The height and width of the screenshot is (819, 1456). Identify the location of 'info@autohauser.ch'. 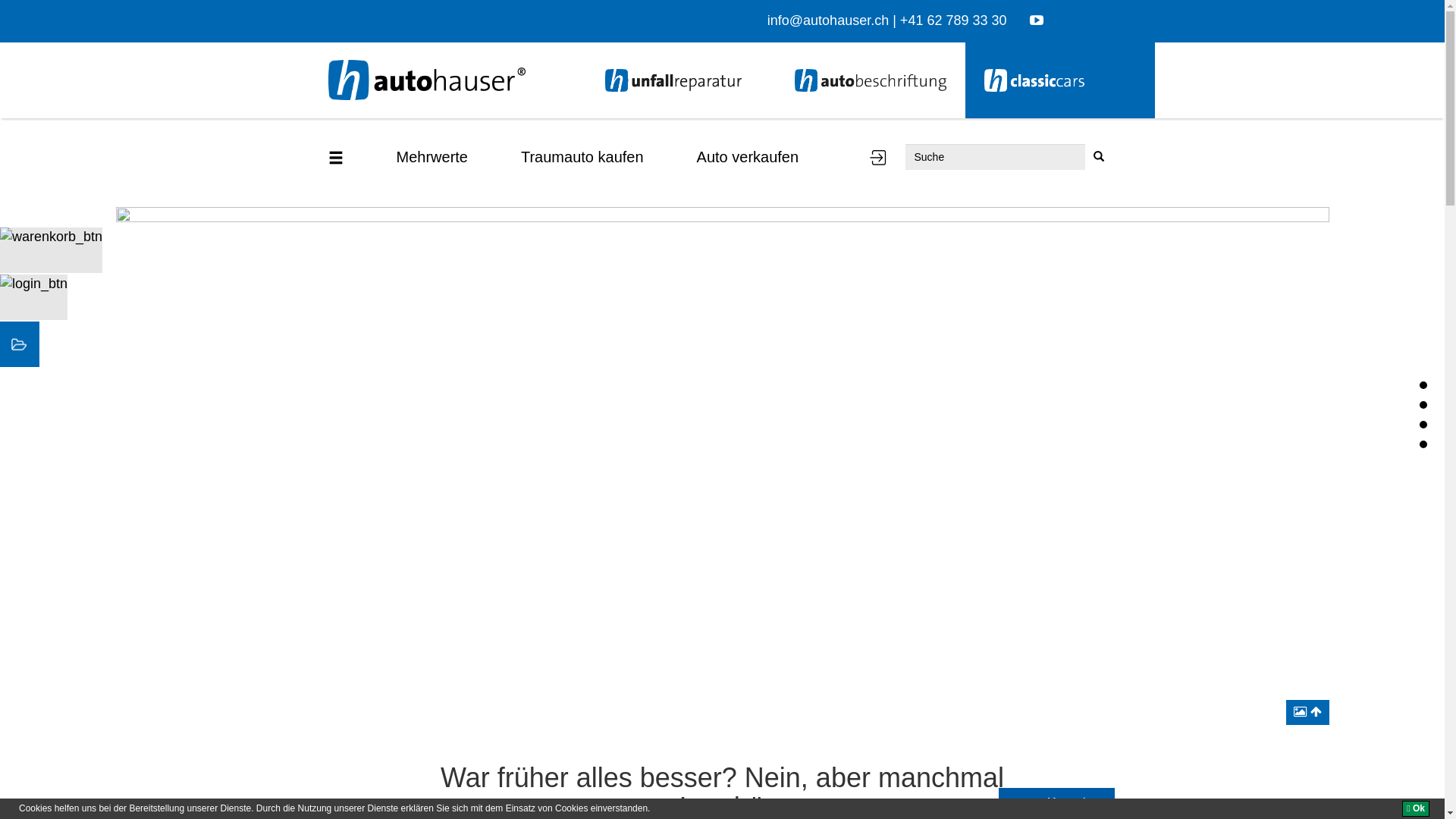
(827, 20).